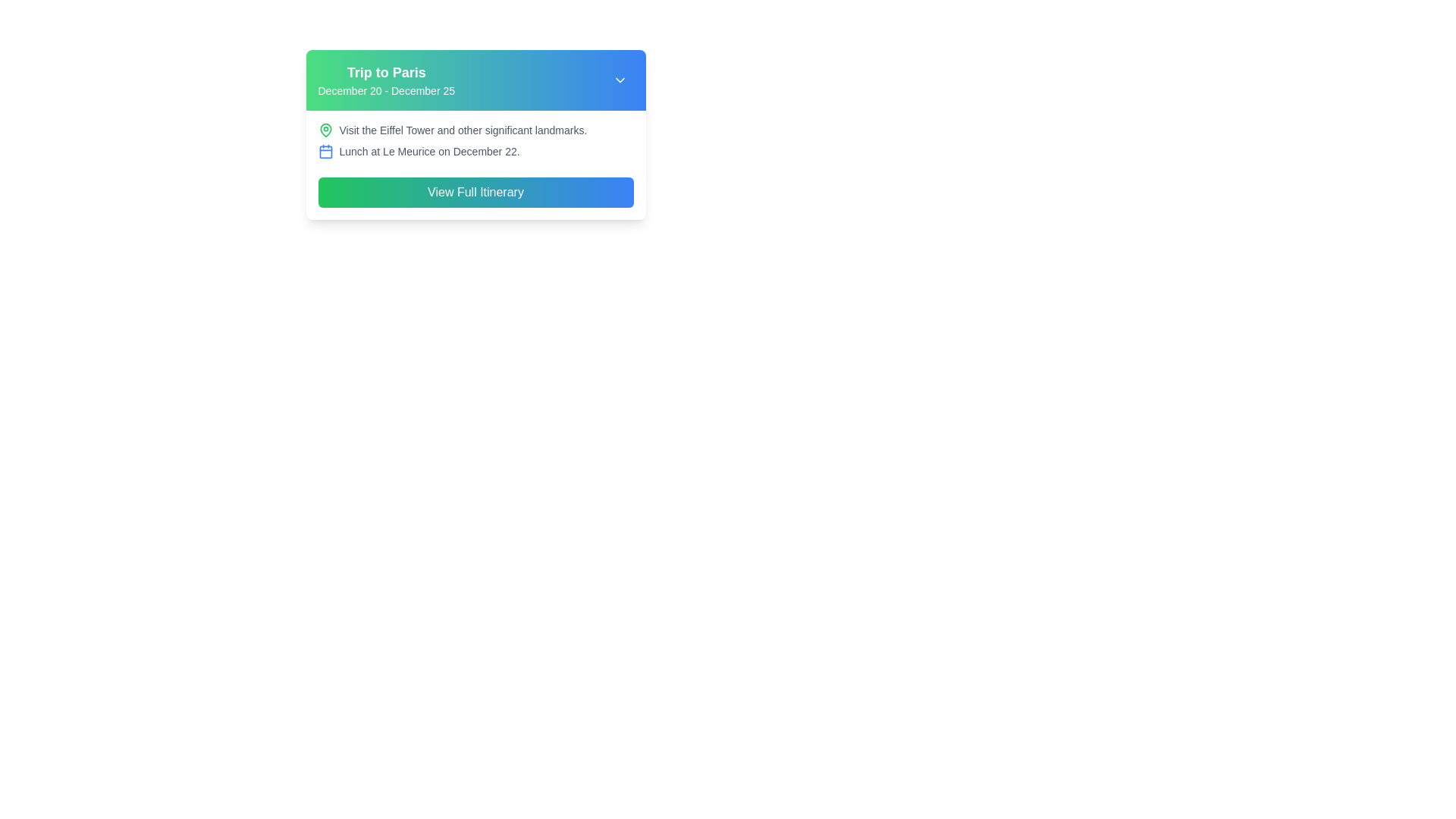 This screenshot has height=819, width=1456. What do you see at coordinates (475, 192) in the screenshot?
I see `the 'View Full Itinerary' button, which is a rounded rectangular button with a gradient background from green to blue, located at the bottom of the 'Trip to Paris' card section` at bounding box center [475, 192].